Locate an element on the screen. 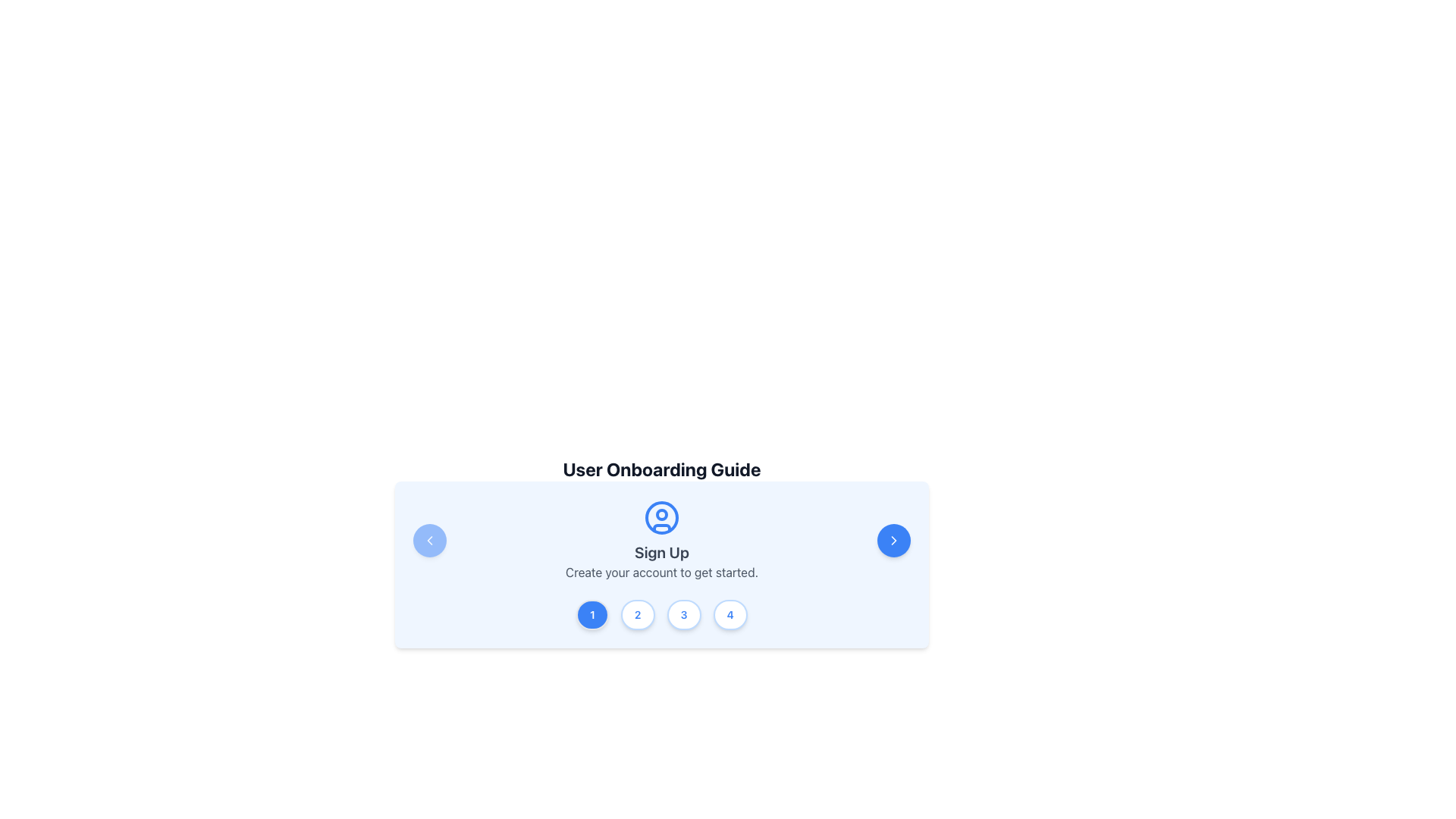 The height and width of the screenshot is (819, 1456). the text label that reads 'Create your account to get started.' which is styled in a medium-sized, clean sans-serif font and located within a card-like component with a light blue background is located at coordinates (662, 573).